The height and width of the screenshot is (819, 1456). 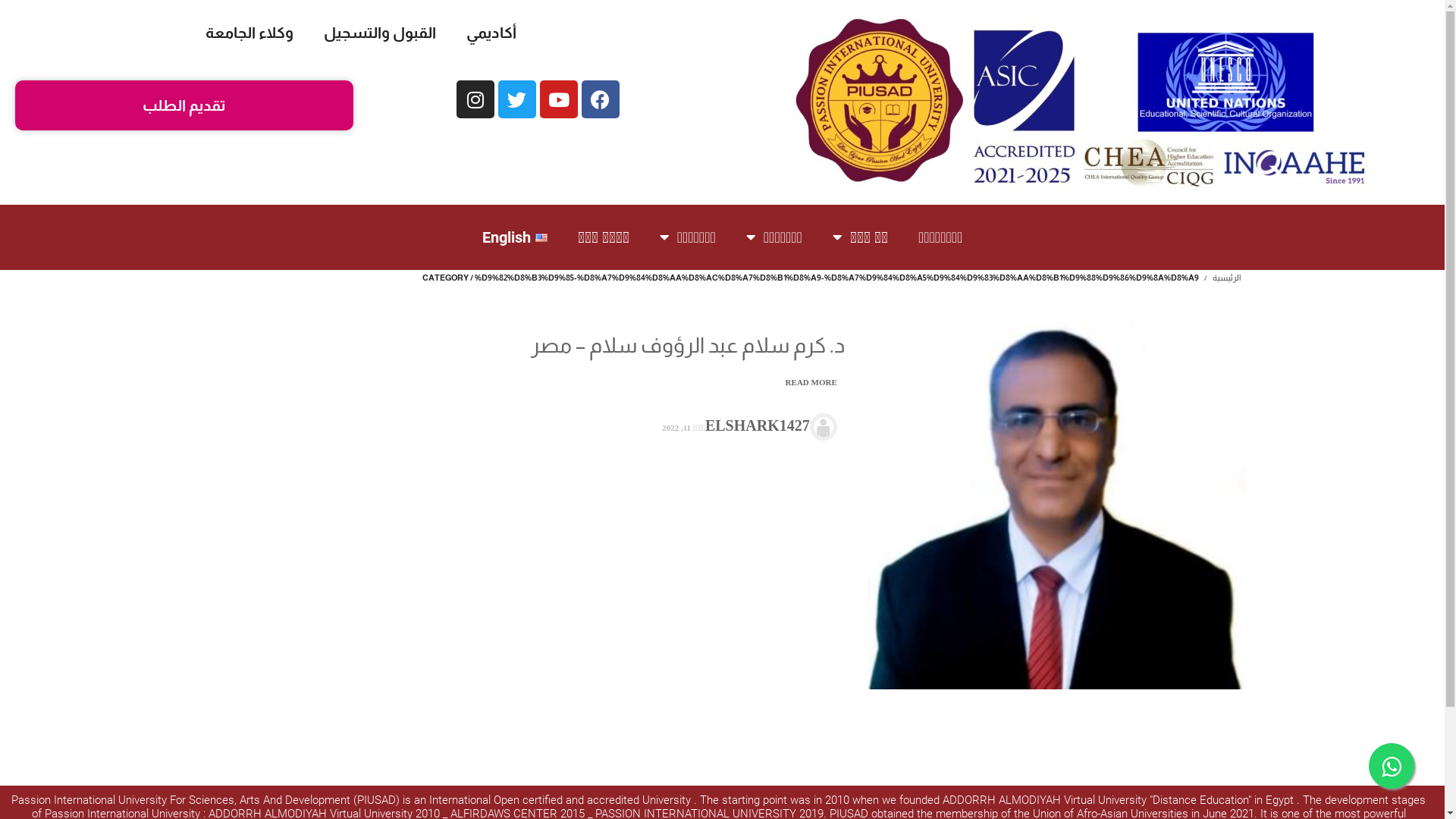 I want to click on 'READ MORE', so click(x=808, y=381).